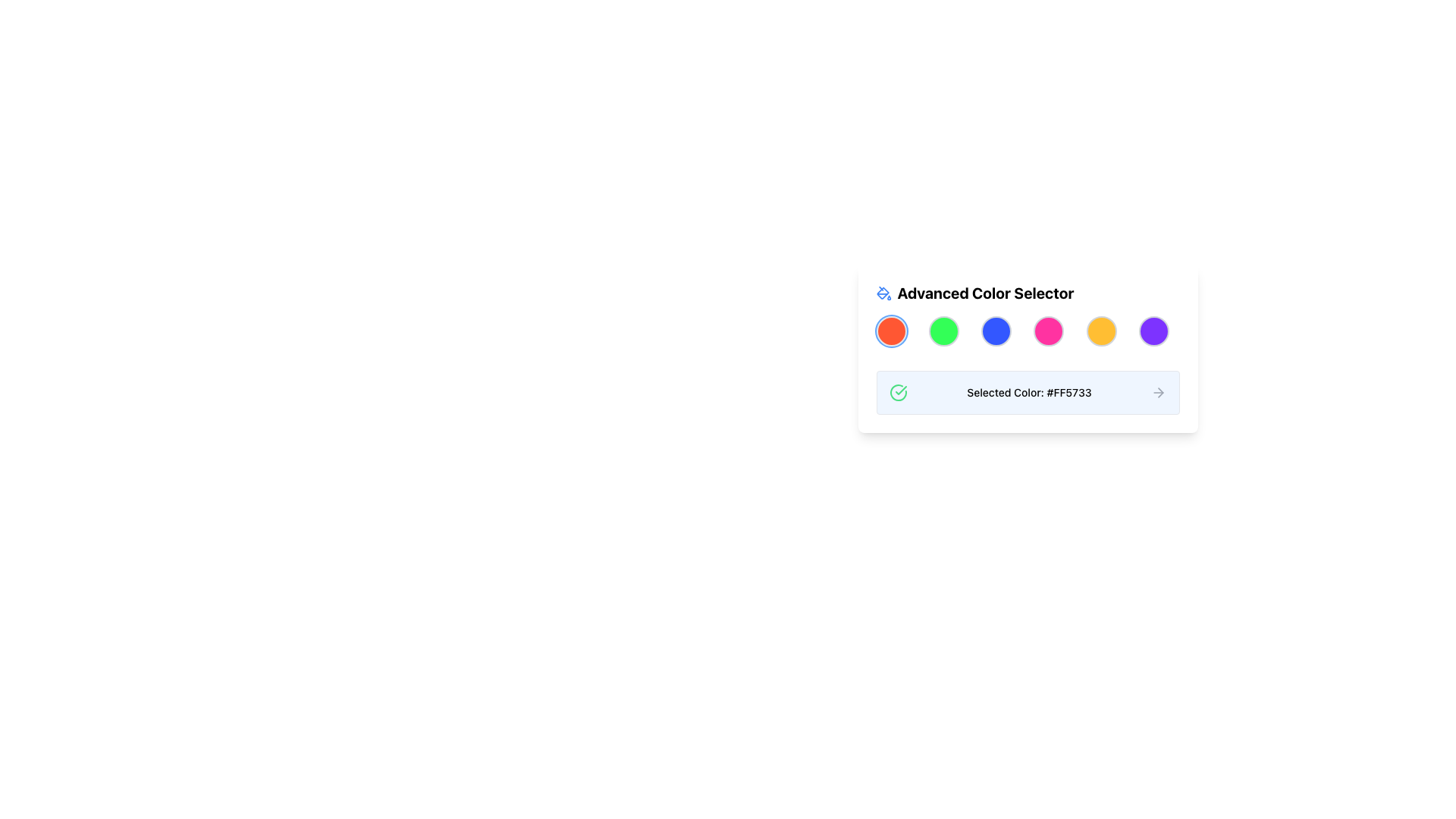 The height and width of the screenshot is (819, 1456). What do you see at coordinates (1158, 391) in the screenshot?
I see `the navigation icon located to the right of the text 'Selected Color: #FF5733'` at bounding box center [1158, 391].